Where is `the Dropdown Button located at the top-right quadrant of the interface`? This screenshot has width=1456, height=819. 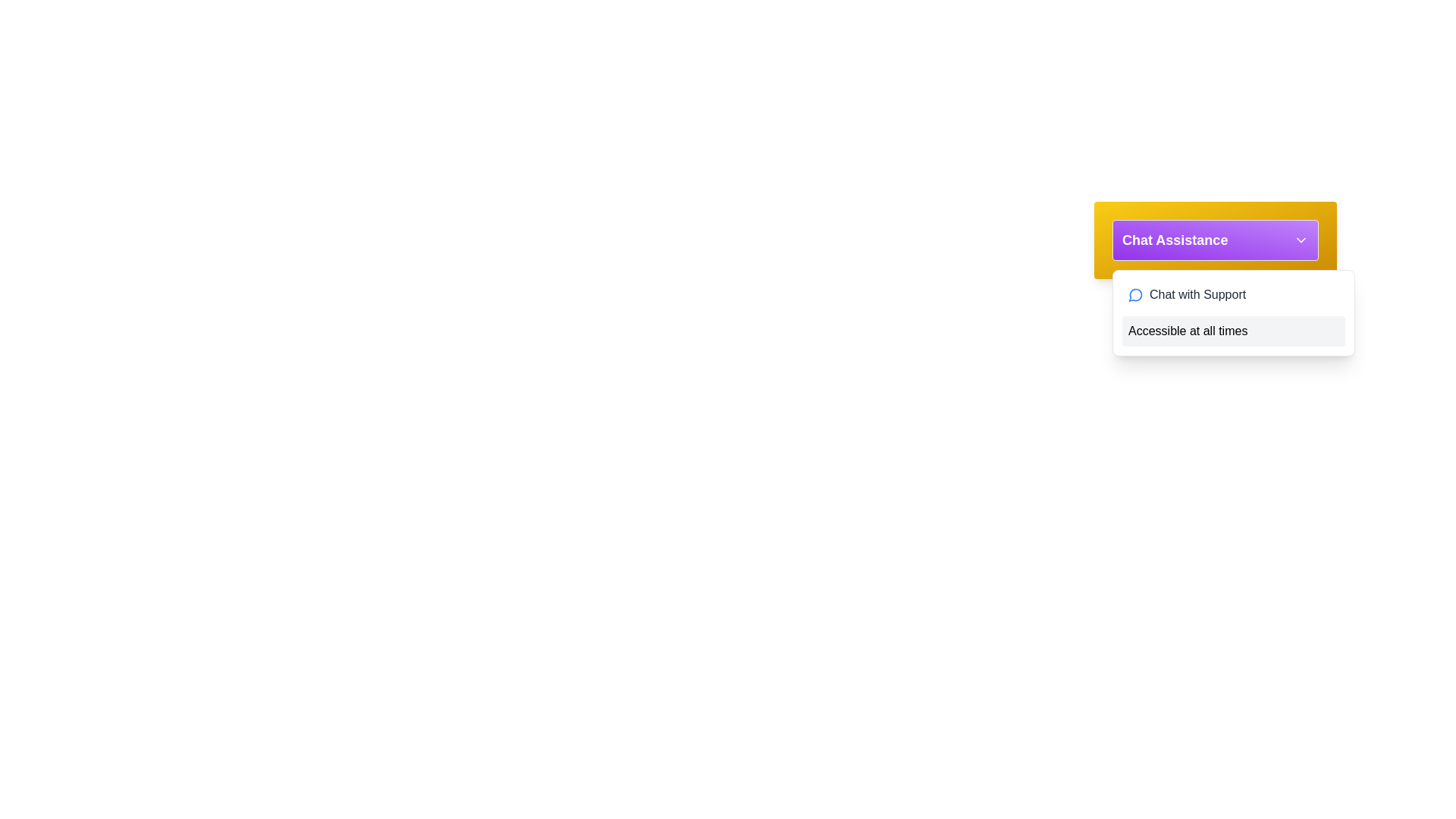 the Dropdown Button located at the top-right quadrant of the interface is located at coordinates (1216, 239).